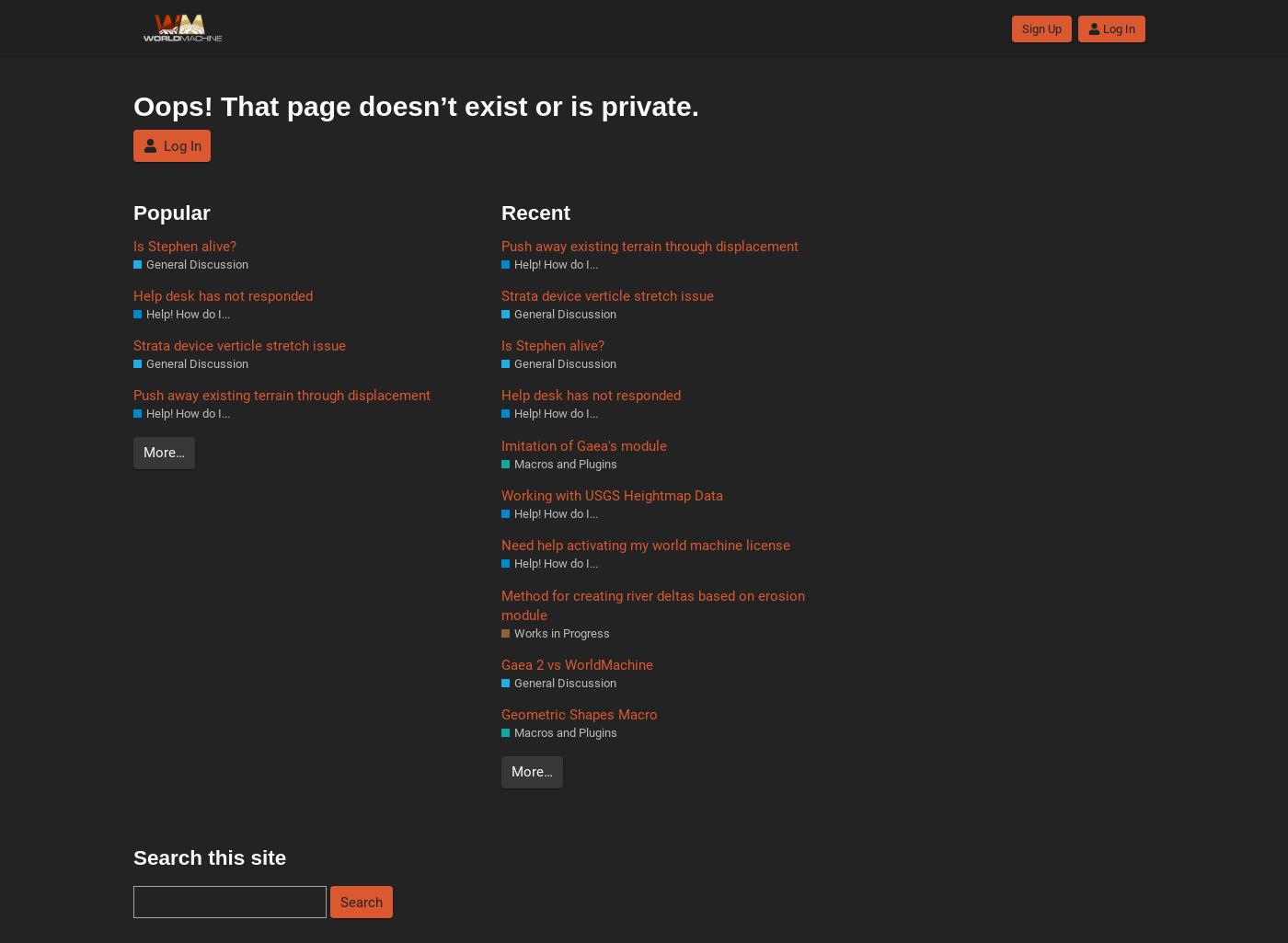  What do you see at coordinates (577, 663) in the screenshot?
I see `'Gaea 2 vs WorldMachine'` at bounding box center [577, 663].